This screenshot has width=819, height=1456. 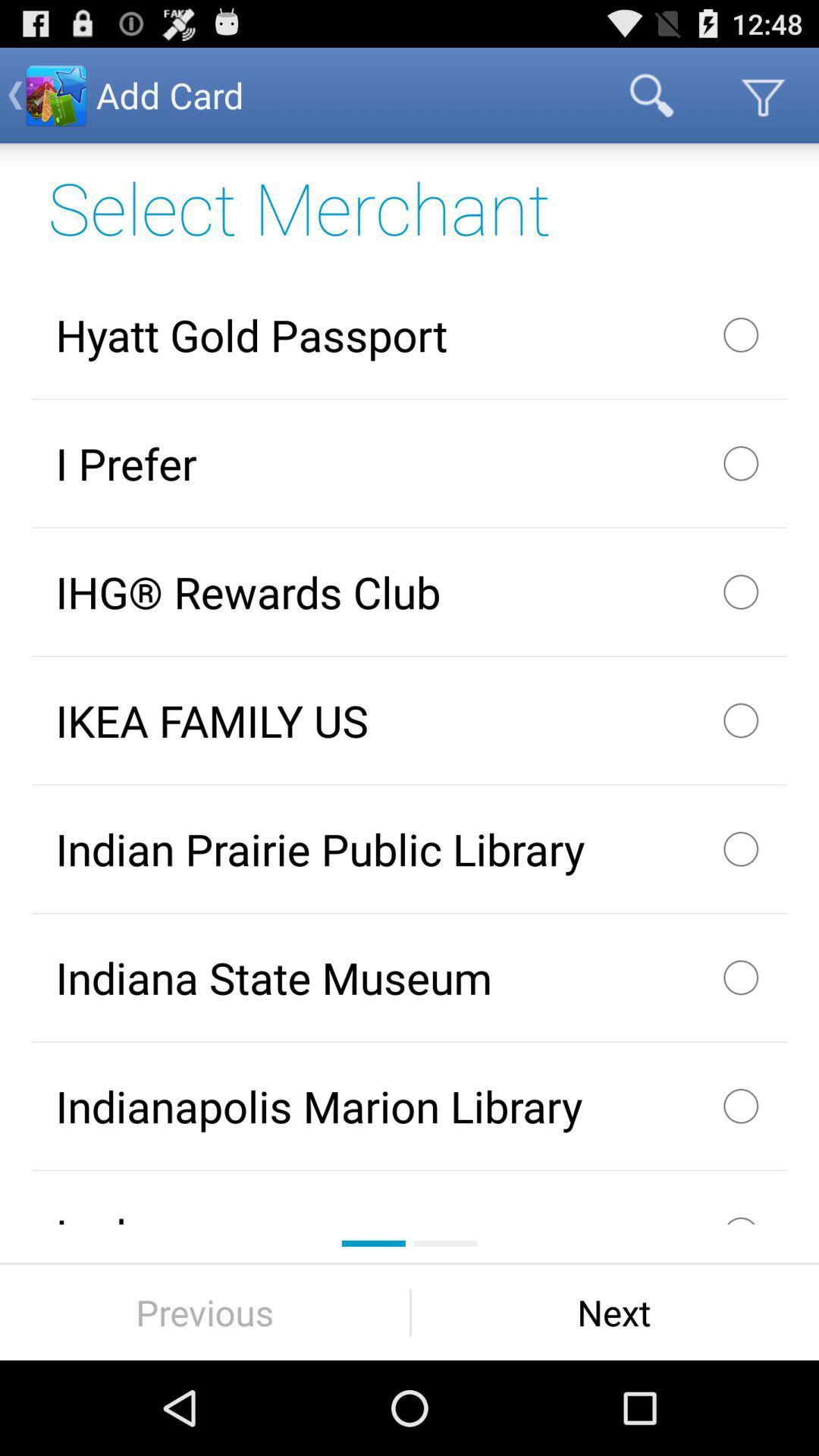 I want to click on icon below the hyatt gold passport, so click(x=409, y=463).